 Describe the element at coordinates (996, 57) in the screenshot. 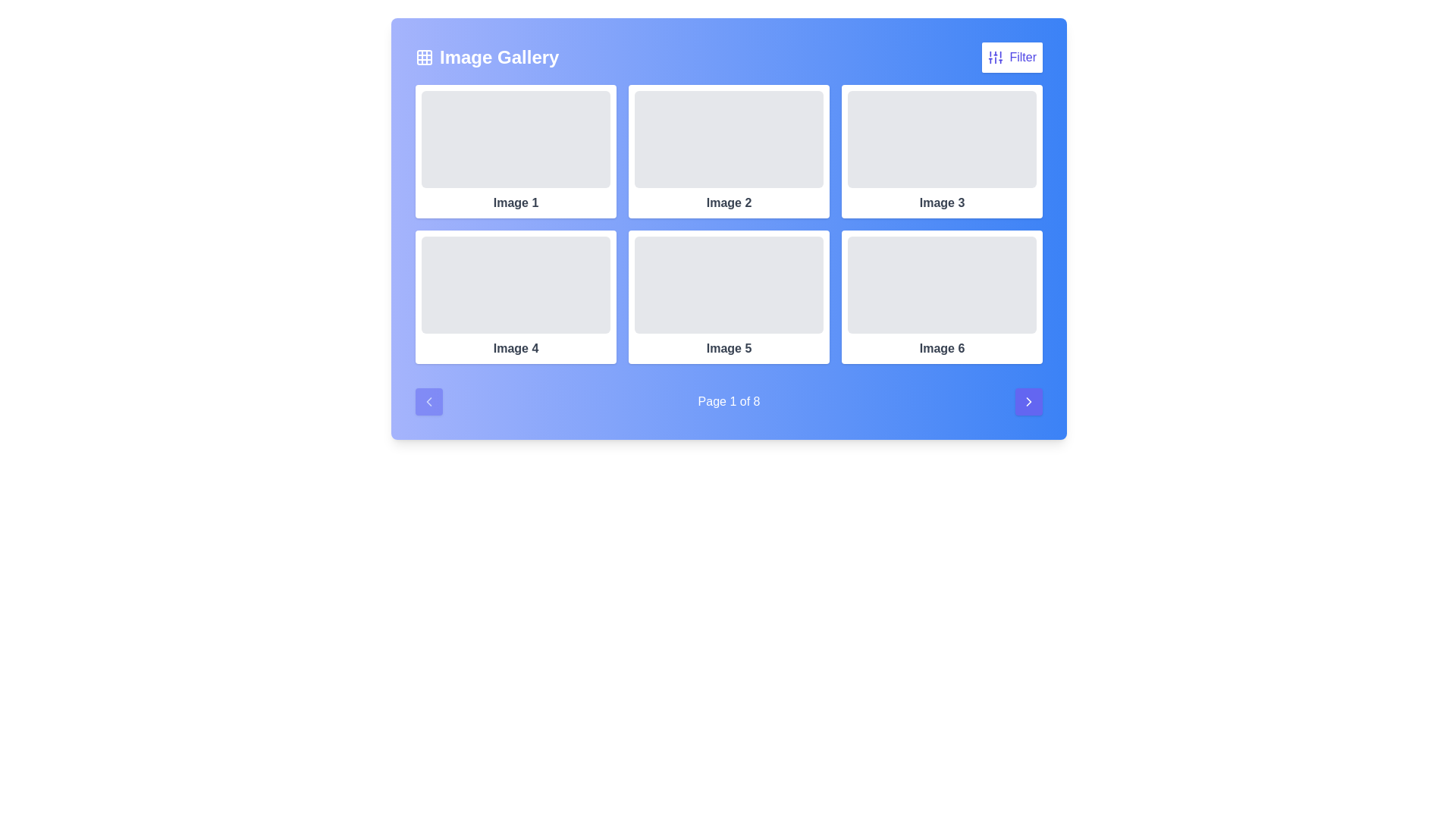

I see `the filter icon button resembling vertical sliders` at that location.